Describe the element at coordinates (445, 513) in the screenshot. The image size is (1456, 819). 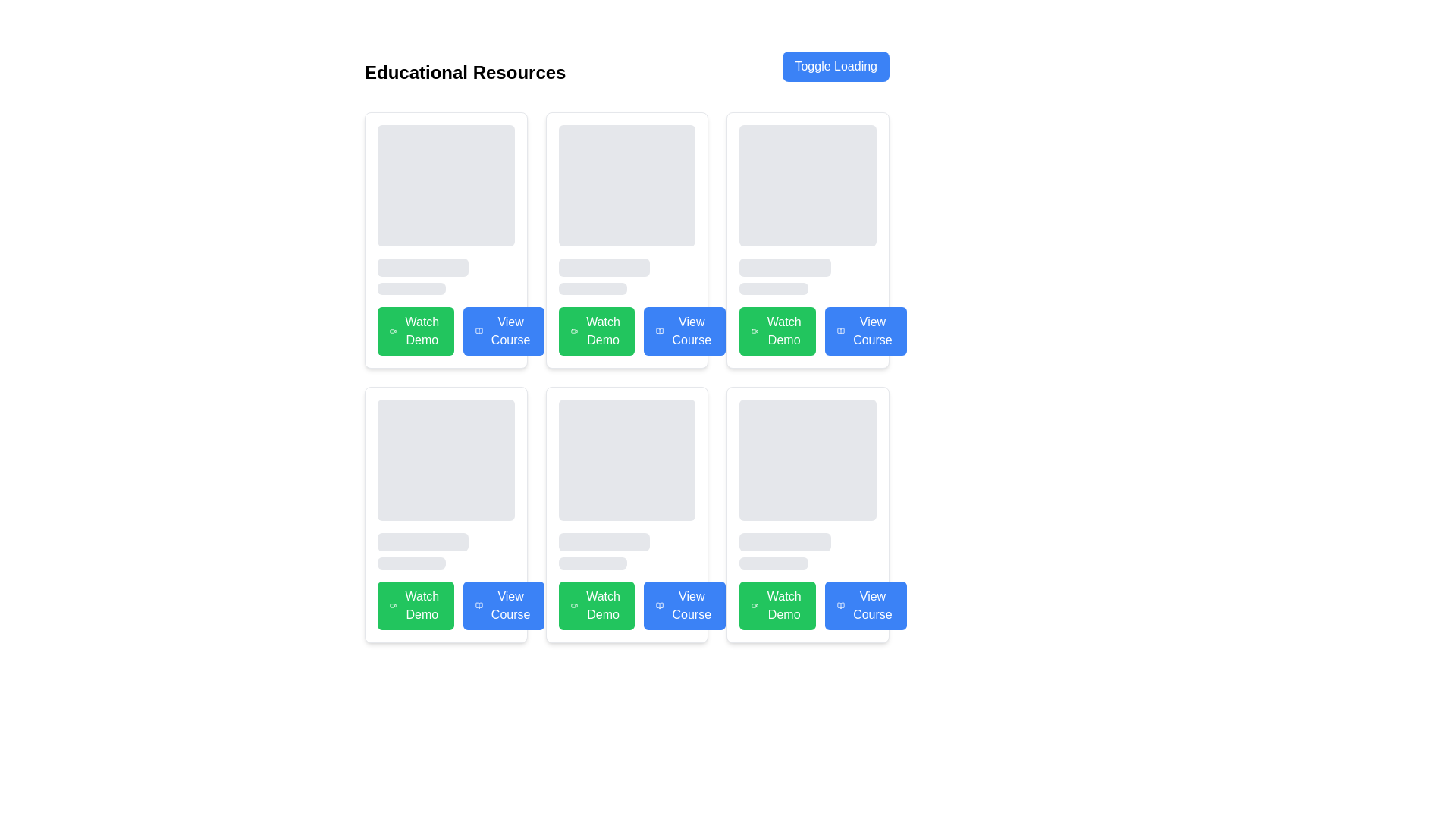
I see `the 'View Course' button on the educational resource card located in the second row, first column of the grid layout` at that location.